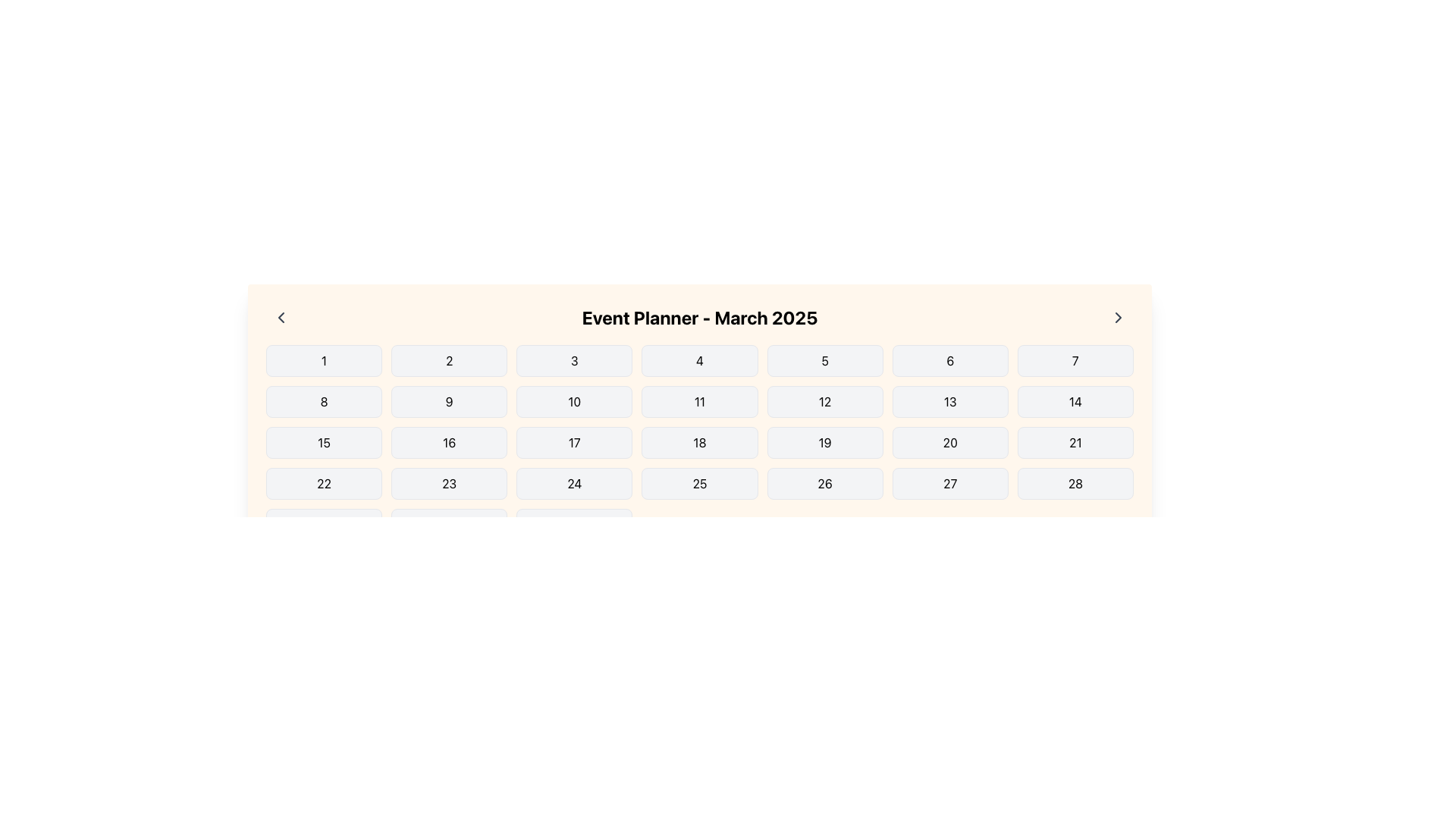 The image size is (1456, 819). Describe the element at coordinates (1118, 317) in the screenshot. I see `the right-facing chevron icon button located on the right side of the header titled 'Event Planner - March 2025'` at that location.